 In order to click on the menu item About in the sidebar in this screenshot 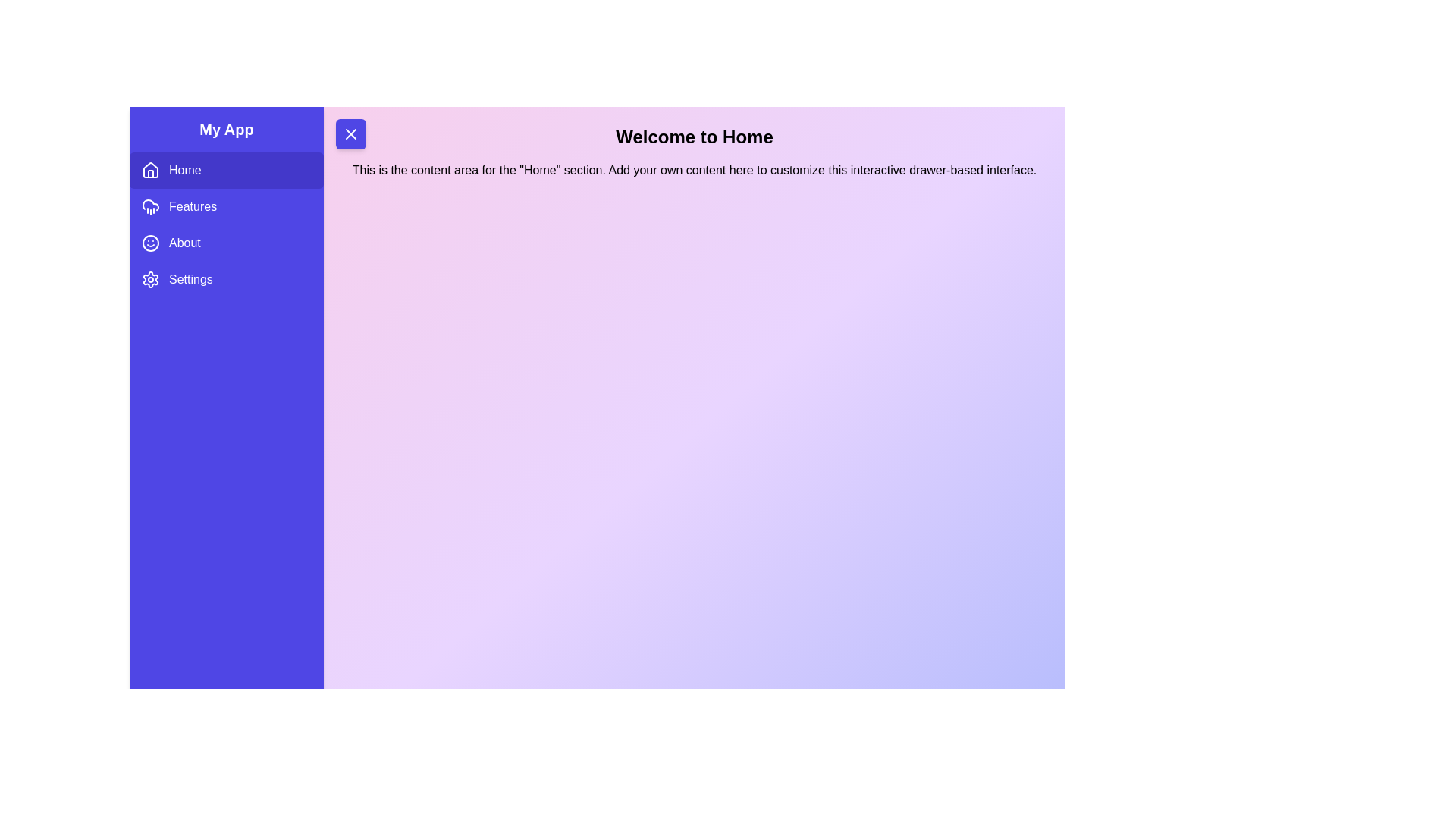, I will do `click(225, 242)`.